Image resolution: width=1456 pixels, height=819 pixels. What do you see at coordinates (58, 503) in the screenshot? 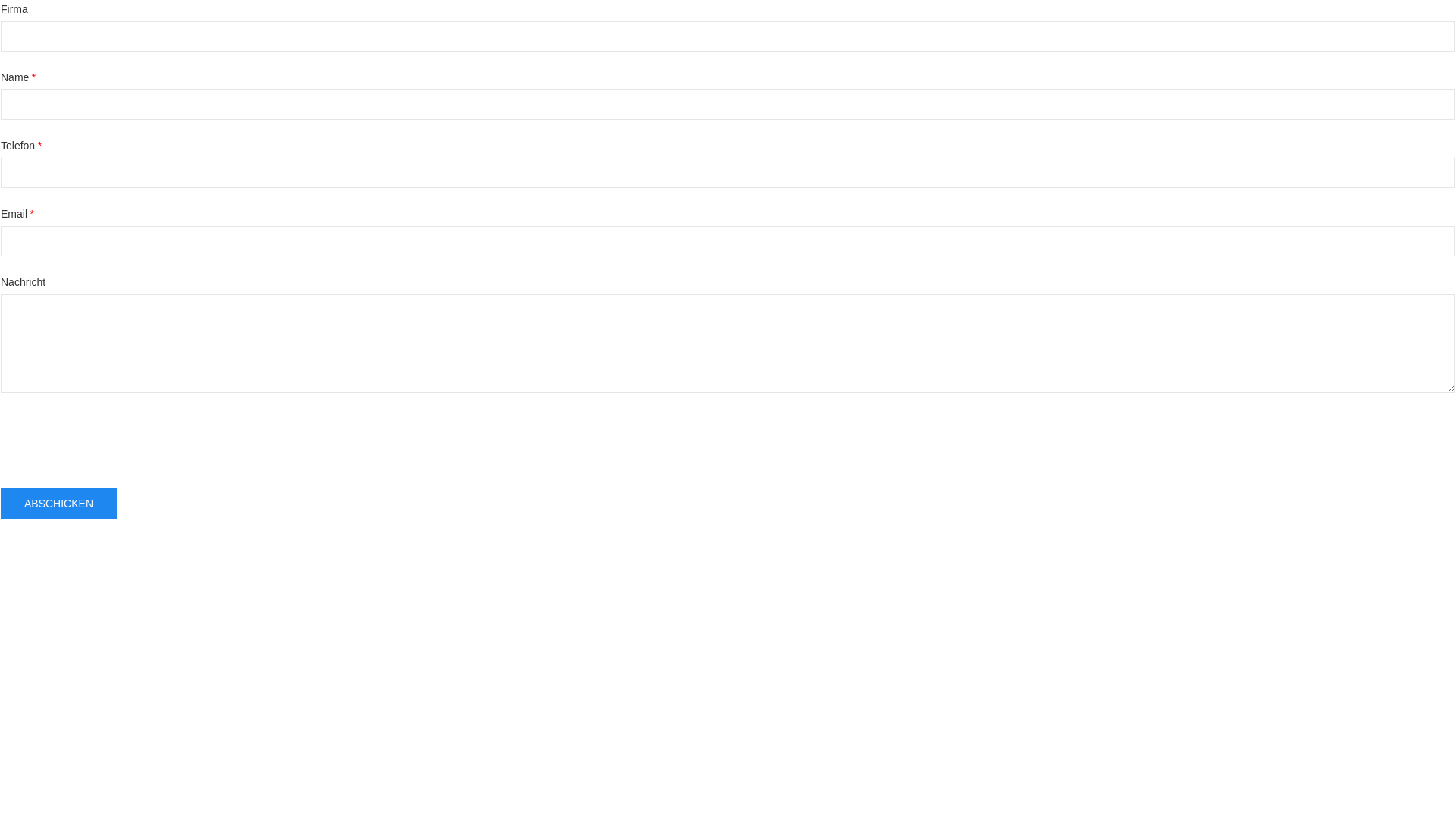
I see `'ABSCHICKEN'` at bounding box center [58, 503].